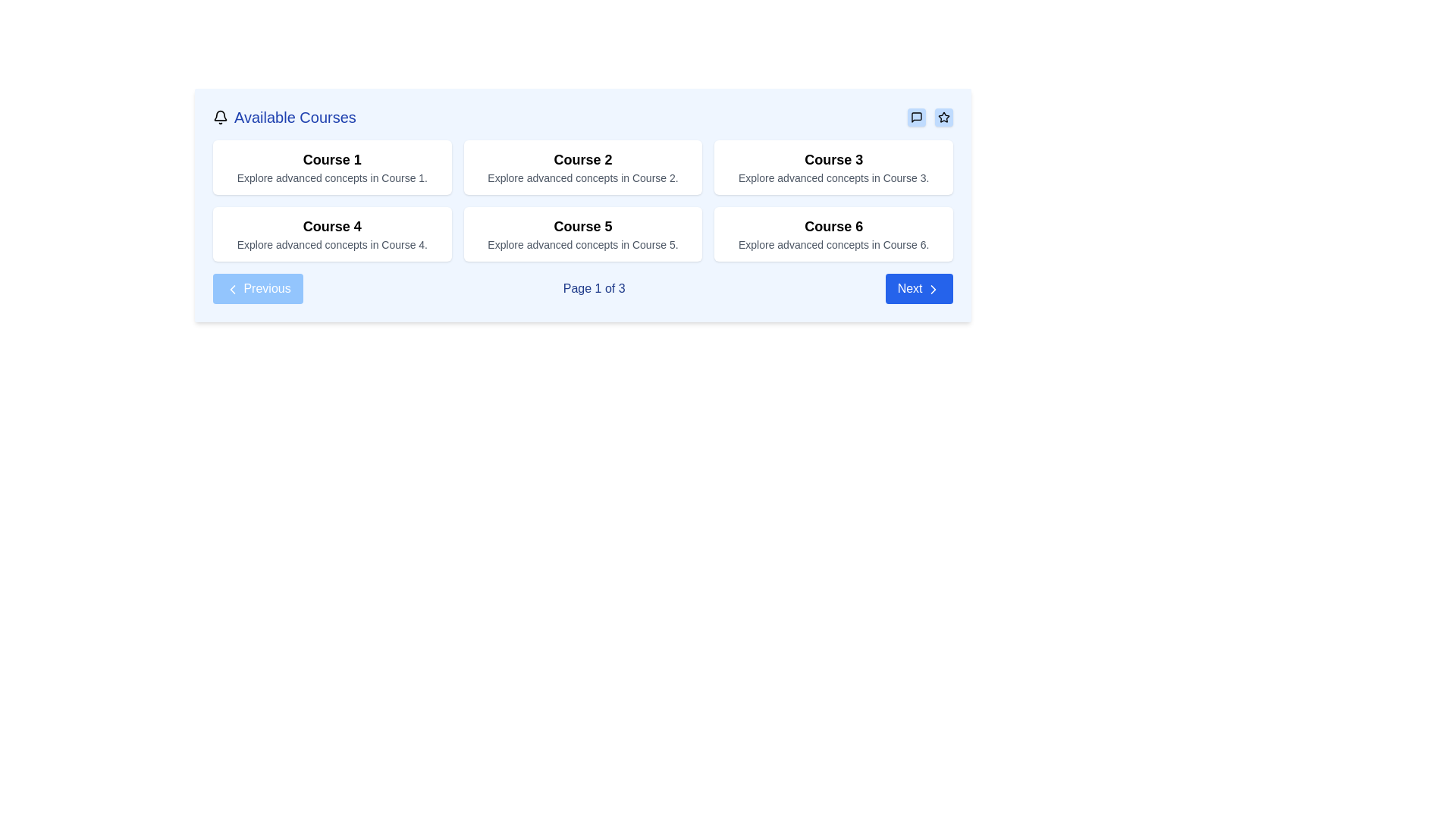 The height and width of the screenshot is (819, 1456). Describe the element at coordinates (582, 244) in the screenshot. I see `text label that says 'Explore advanced concepts in Course 5.' located in the second row, second column of the grid layout beneath the title 'Course 5'` at that location.